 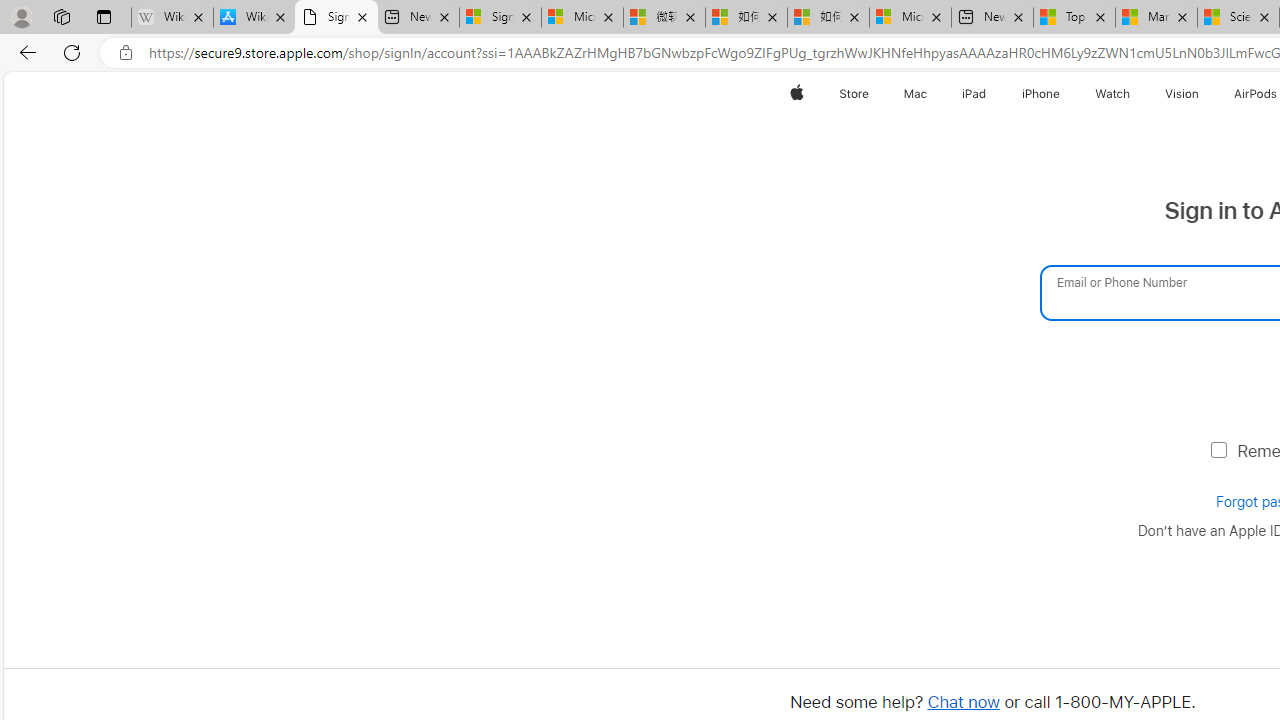 I want to click on 'iPad', so click(x=974, y=93).